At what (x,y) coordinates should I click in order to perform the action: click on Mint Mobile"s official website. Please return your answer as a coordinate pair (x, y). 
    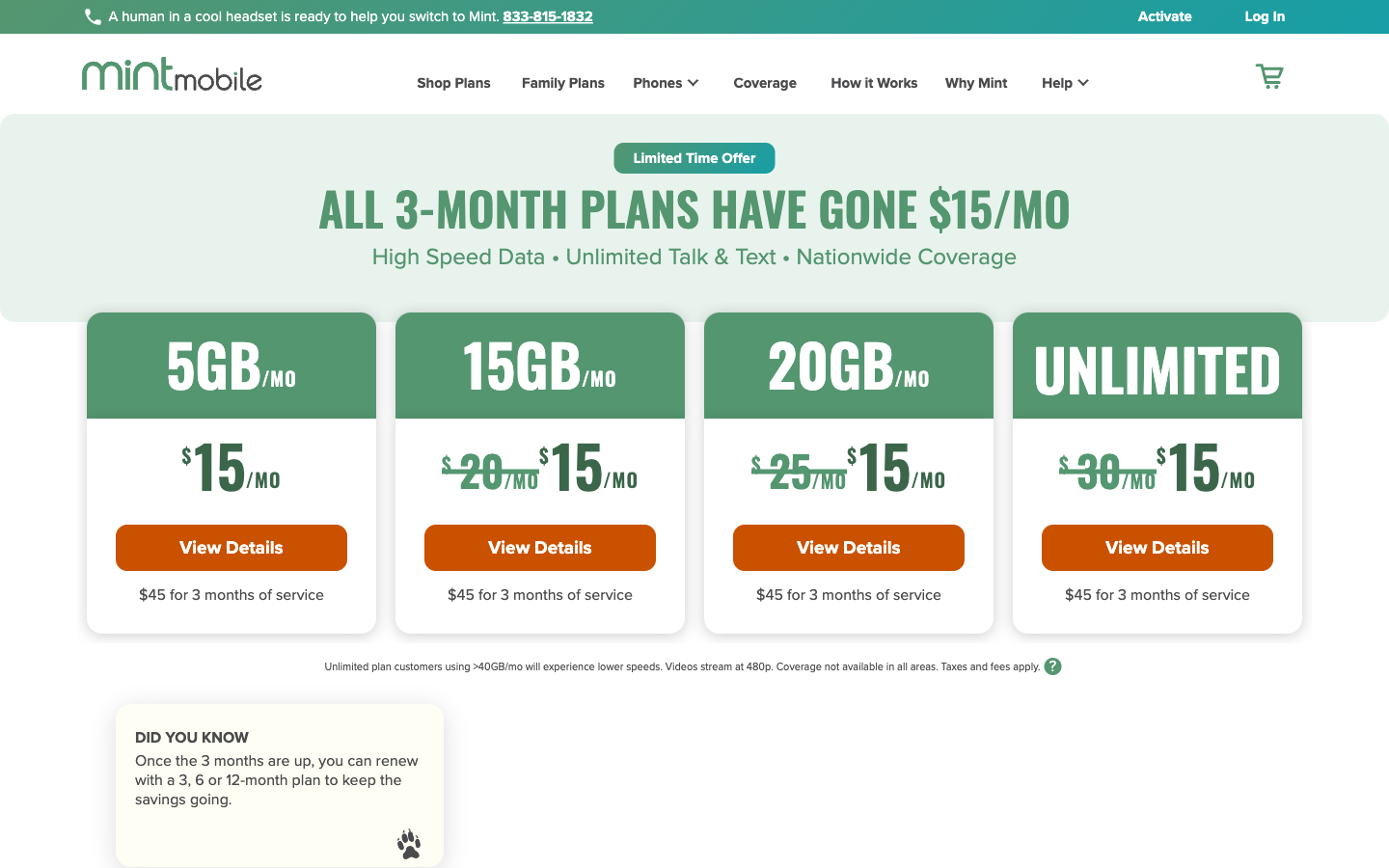
    Looking at the image, I should click on (171, 72).